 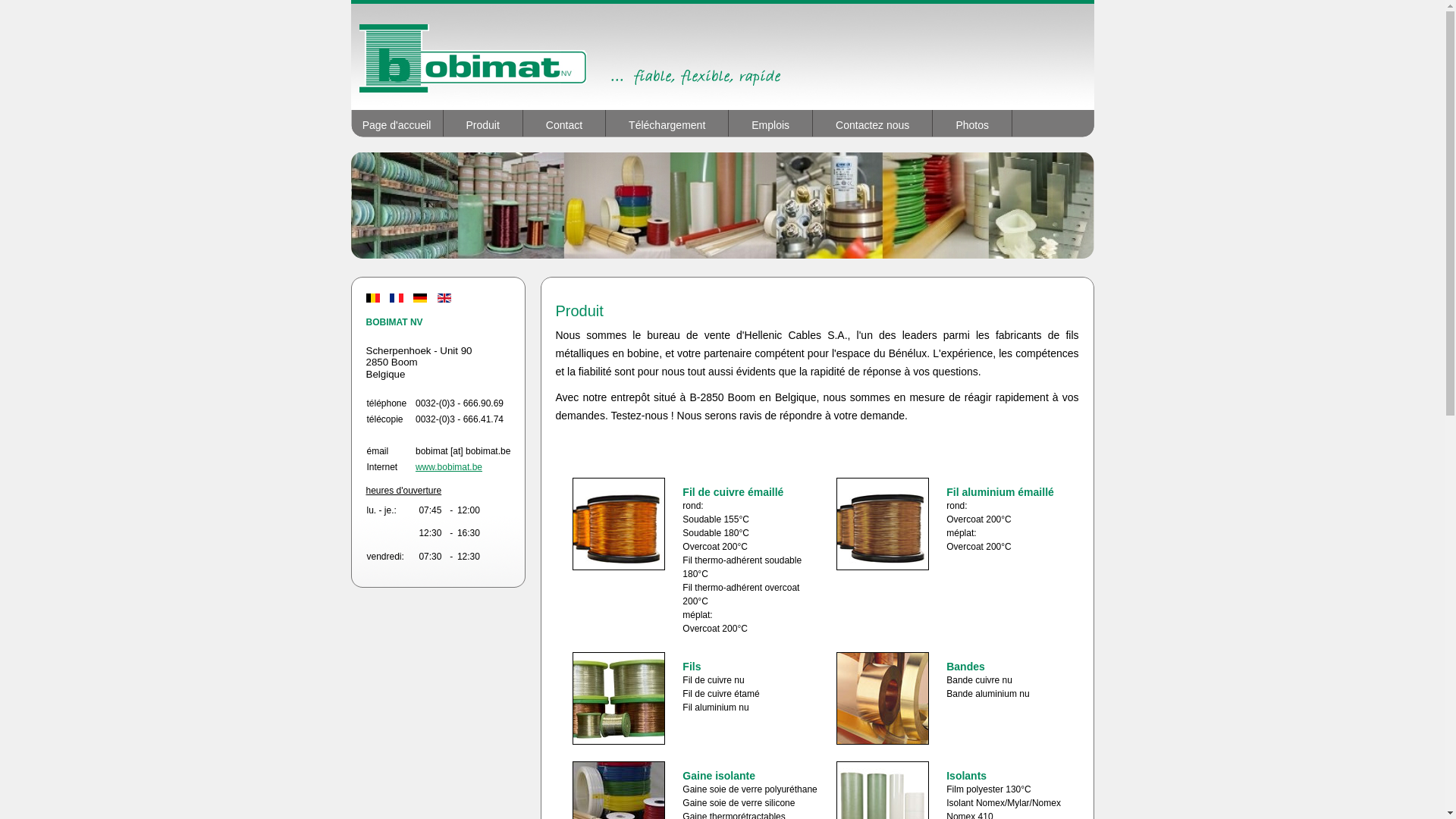 I want to click on 'Nederlands', so click(x=372, y=298).